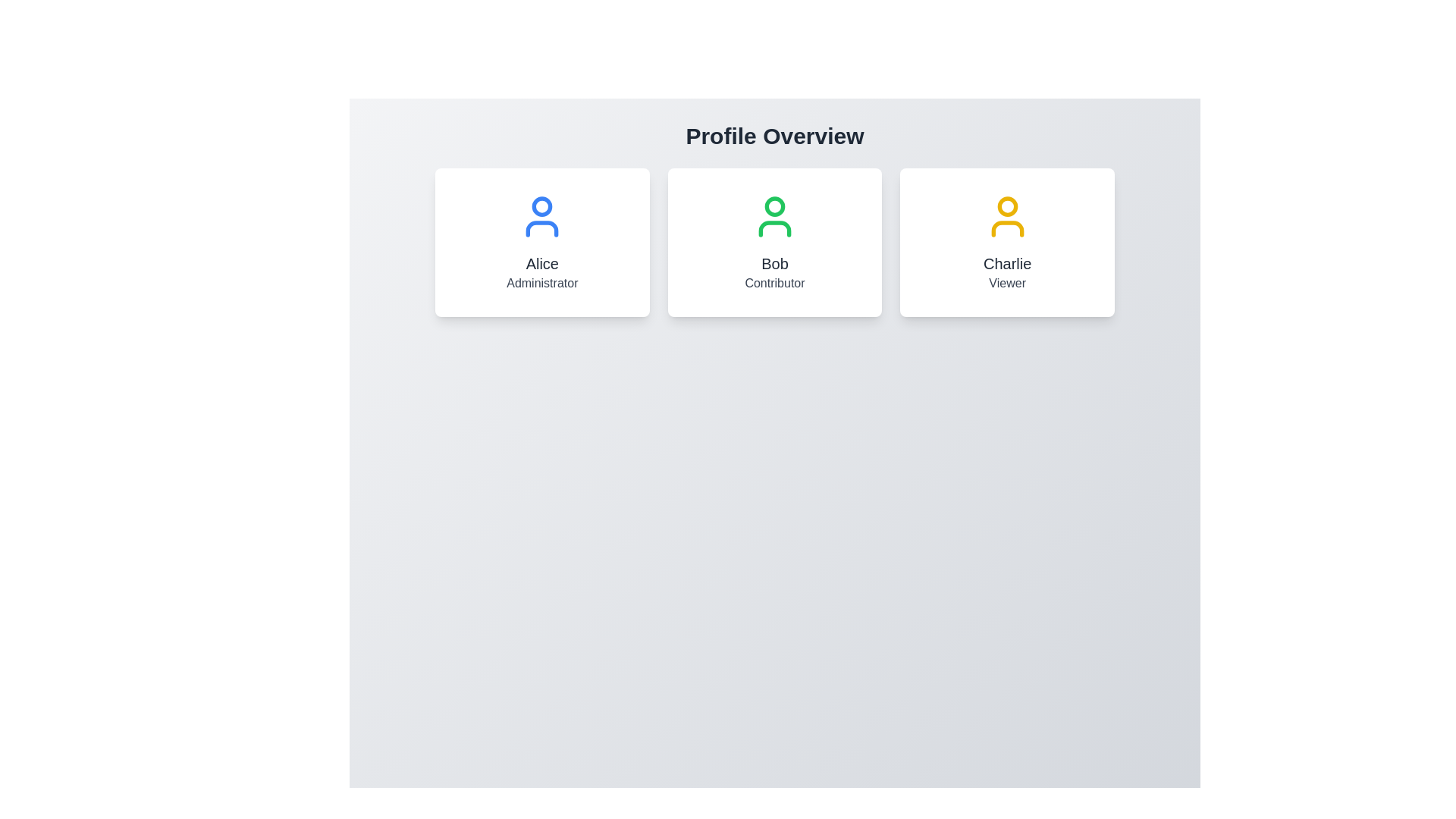 The width and height of the screenshot is (1456, 819). Describe the element at coordinates (542, 216) in the screenshot. I see `the appearance of the profile avatar icon representing 'Alice Administrator', located at the top of the profile card` at that location.